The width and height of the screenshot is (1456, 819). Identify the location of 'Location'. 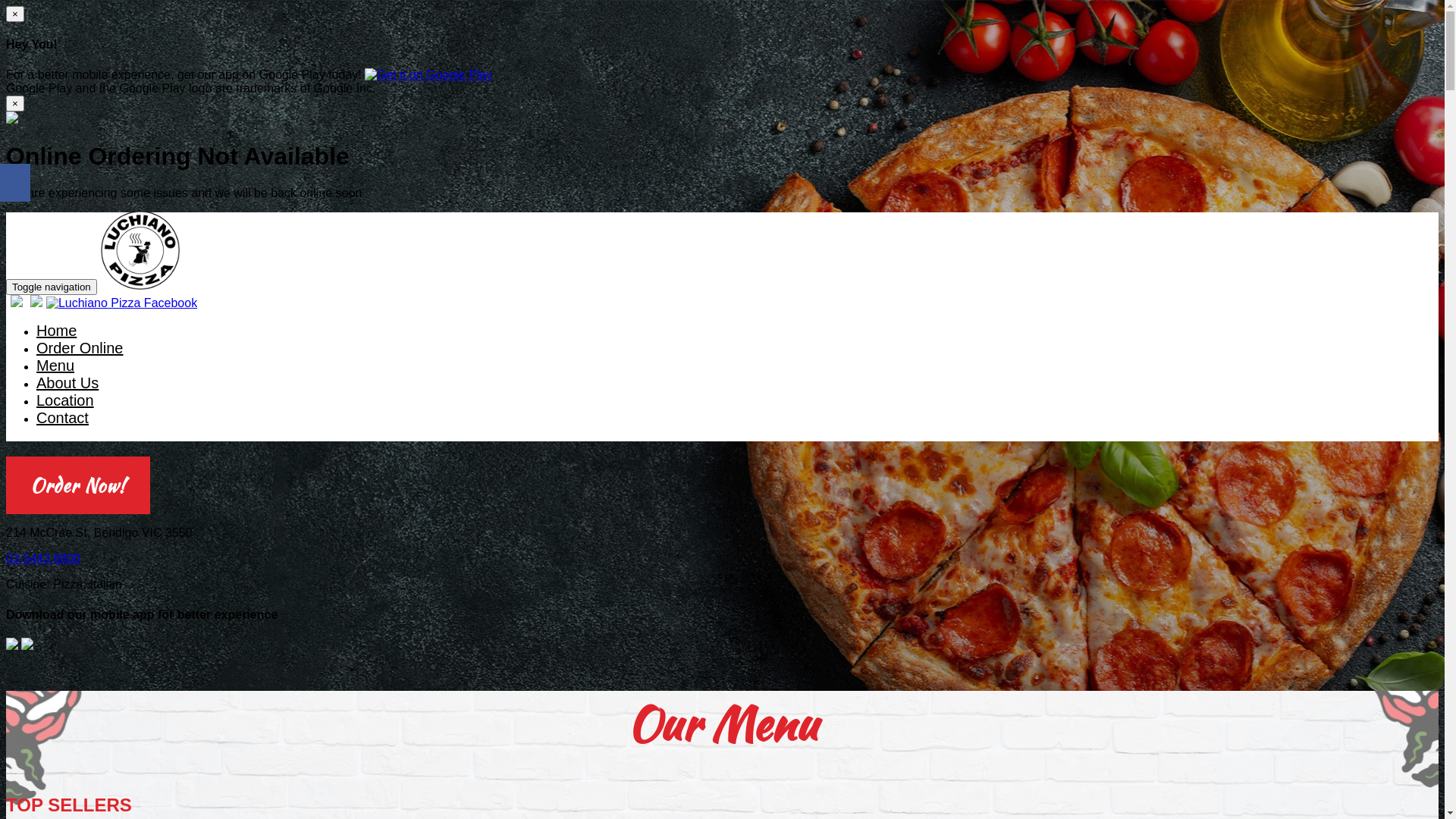
(64, 400).